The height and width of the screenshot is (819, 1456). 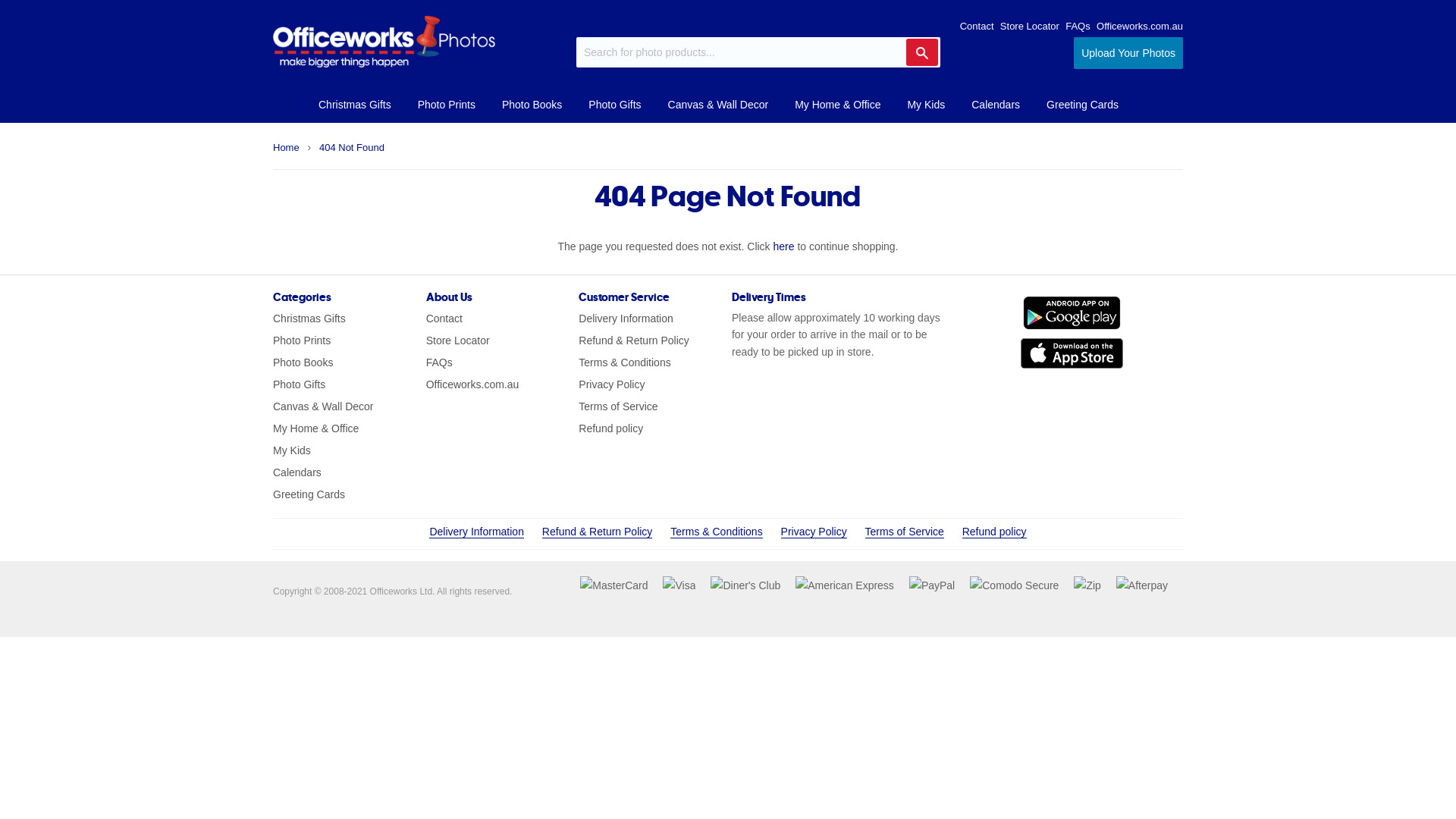 I want to click on 'Search', so click(x=921, y=52).